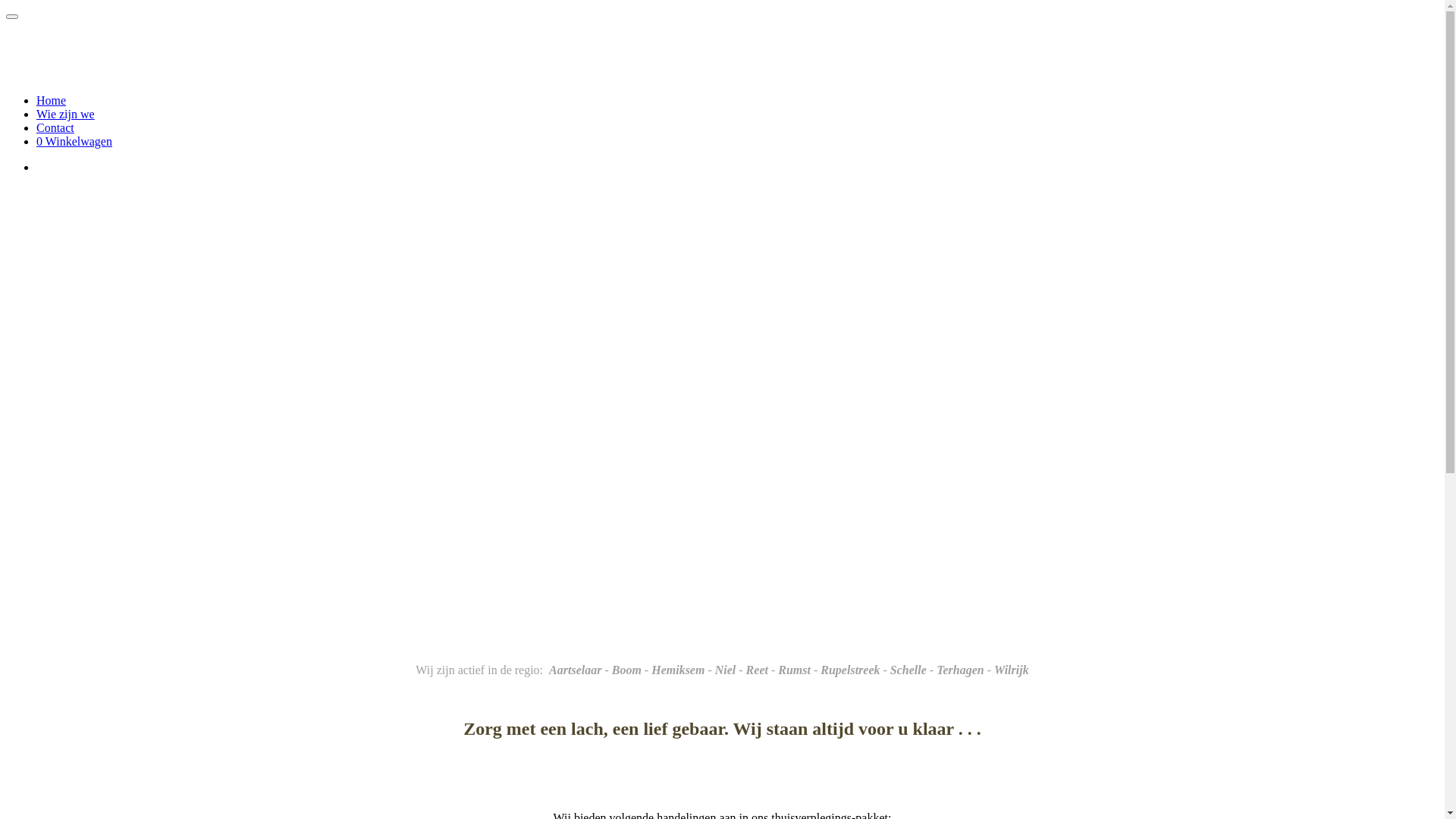  What do you see at coordinates (36, 113) in the screenshot?
I see `'Wie zijn we'` at bounding box center [36, 113].